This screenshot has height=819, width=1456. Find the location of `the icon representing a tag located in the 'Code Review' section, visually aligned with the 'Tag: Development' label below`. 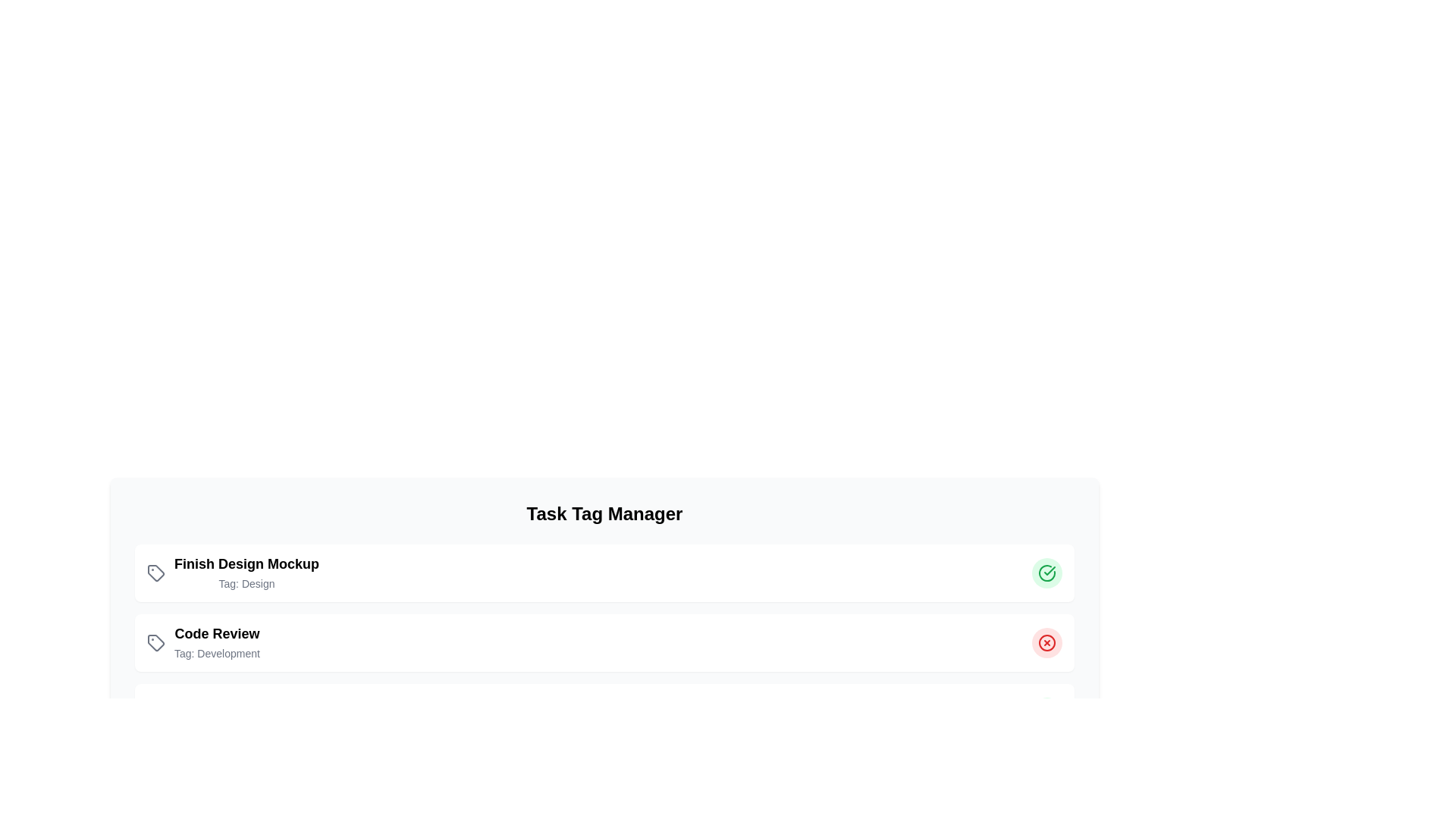

the icon representing a tag located in the 'Code Review' section, visually aligned with the 'Tag: Development' label below is located at coordinates (156, 643).